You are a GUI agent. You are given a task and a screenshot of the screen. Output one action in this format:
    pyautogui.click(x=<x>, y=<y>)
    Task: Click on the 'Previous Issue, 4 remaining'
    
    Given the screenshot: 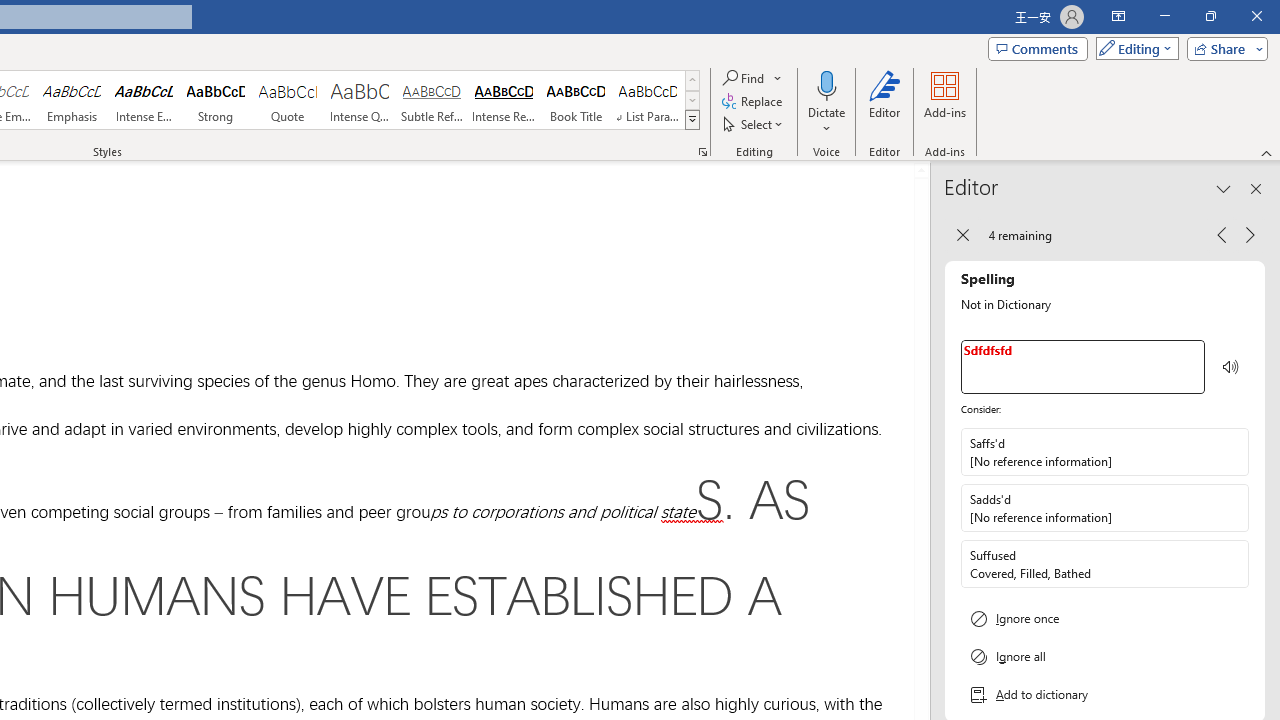 What is the action you would take?
    pyautogui.click(x=1220, y=233)
    